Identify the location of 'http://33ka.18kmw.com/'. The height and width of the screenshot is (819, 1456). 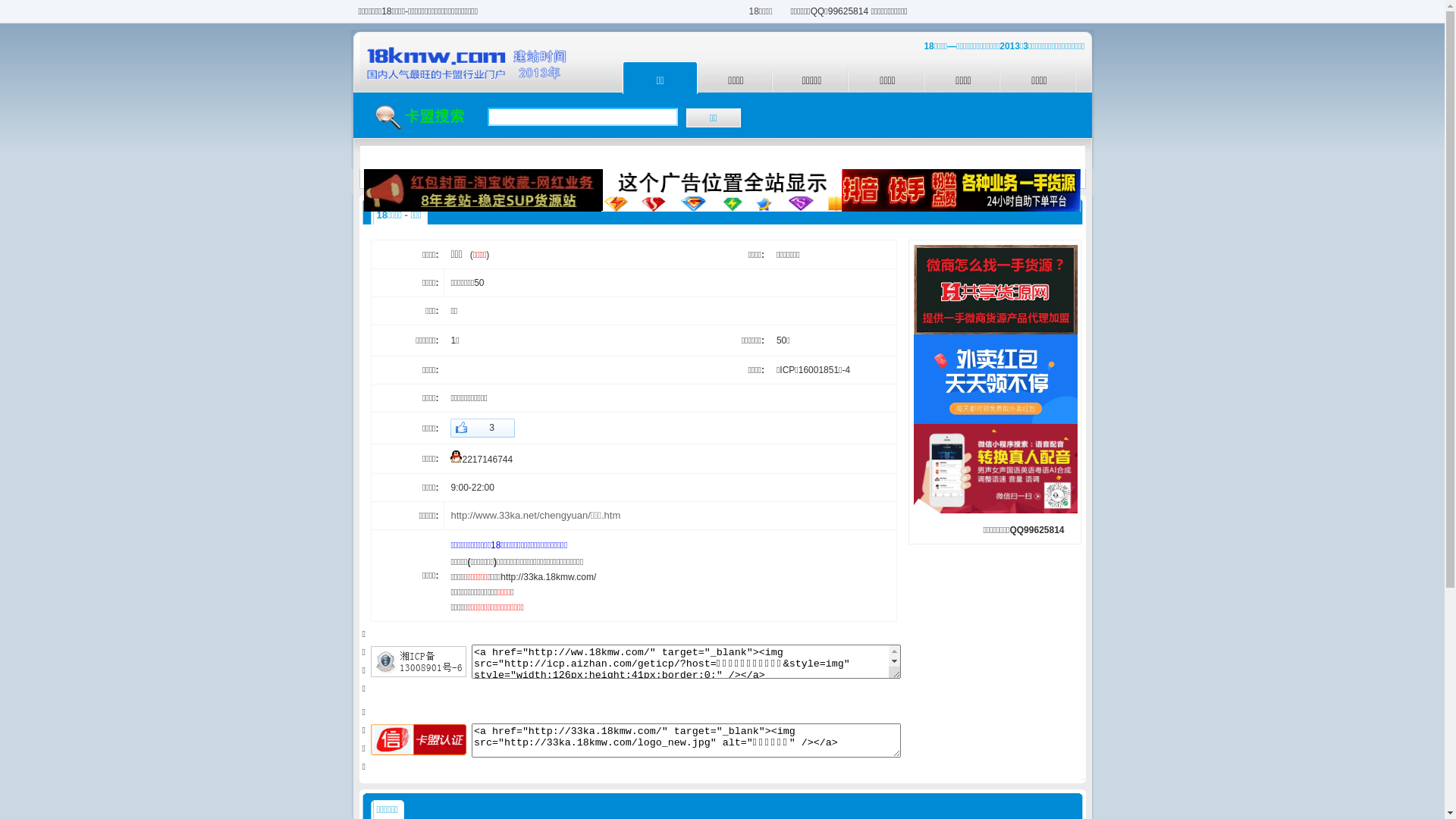
(548, 576).